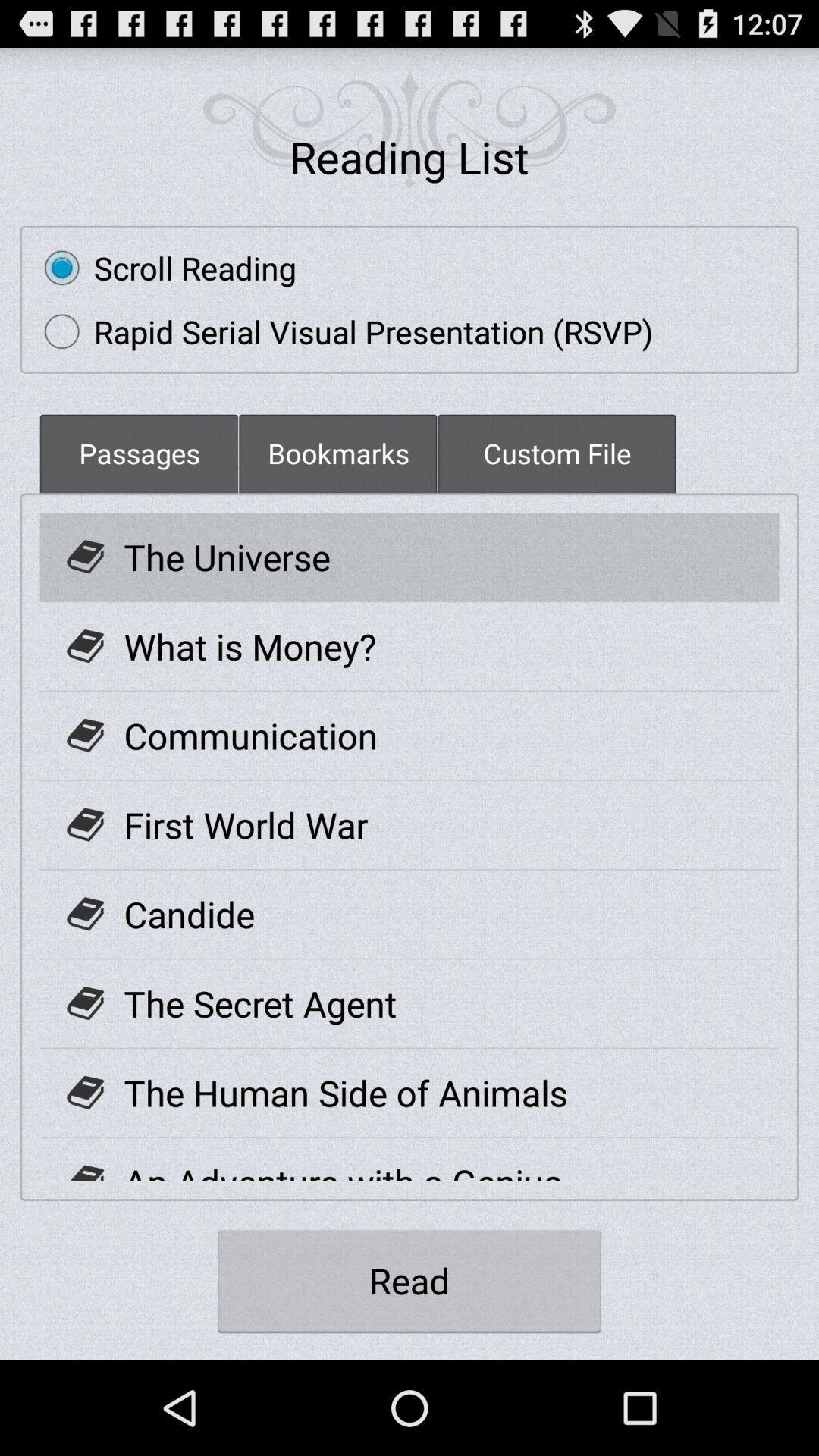 The height and width of the screenshot is (1456, 819). Describe the element at coordinates (139, 452) in the screenshot. I see `the passages` at that location.